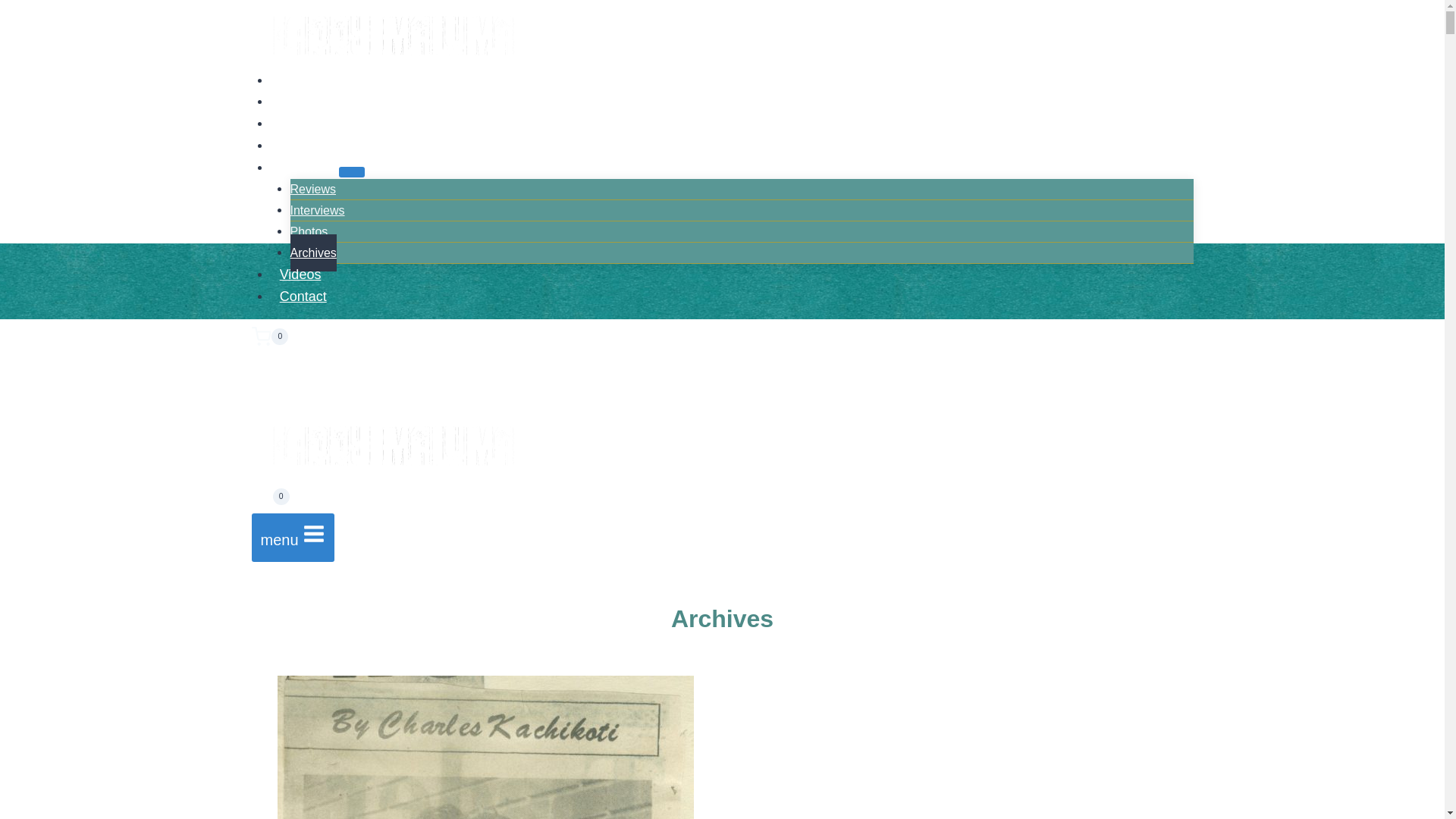  What do you see at coordinates (297, 79) in the screenshot?
I see `'Home'` at bounding box center [297, 79].